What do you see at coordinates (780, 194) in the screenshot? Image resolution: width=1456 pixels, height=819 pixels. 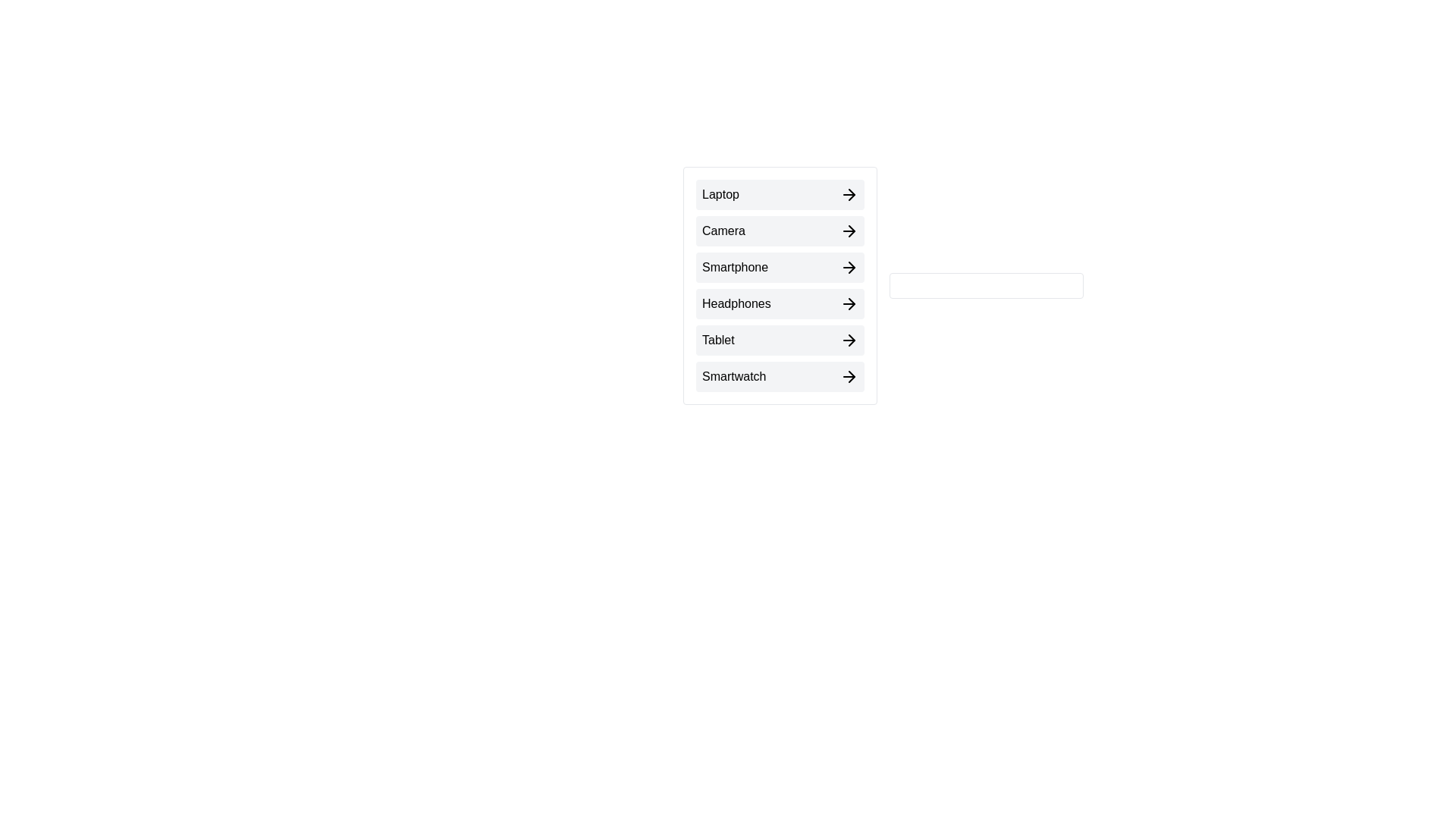 I see `the item Laptop to highlight it` at bounding box center [780, 194].